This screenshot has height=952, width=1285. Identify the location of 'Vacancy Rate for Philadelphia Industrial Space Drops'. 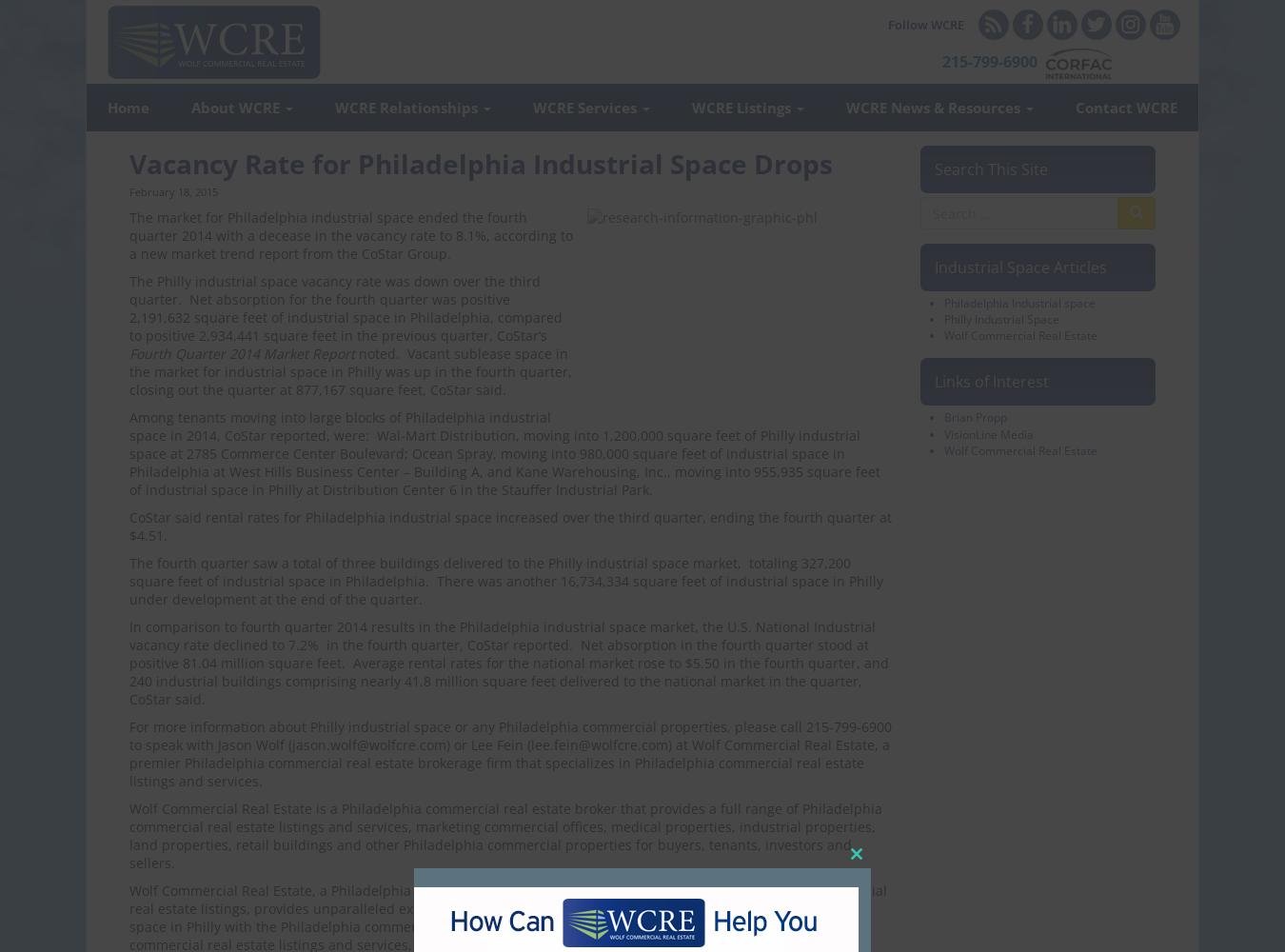
(480, 164).